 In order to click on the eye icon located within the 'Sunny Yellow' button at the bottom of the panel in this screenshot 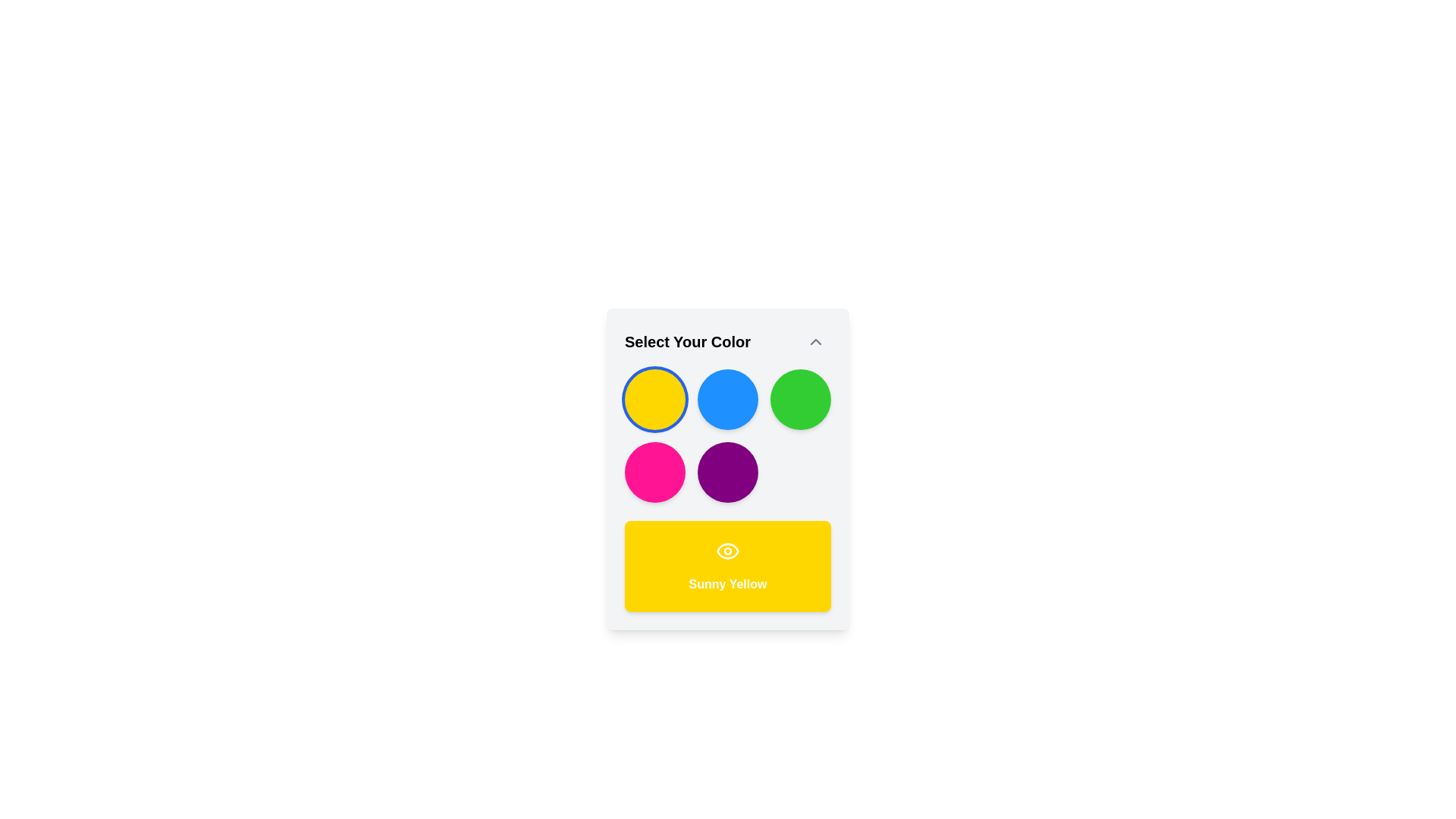, I will do `click(728, 551)`.